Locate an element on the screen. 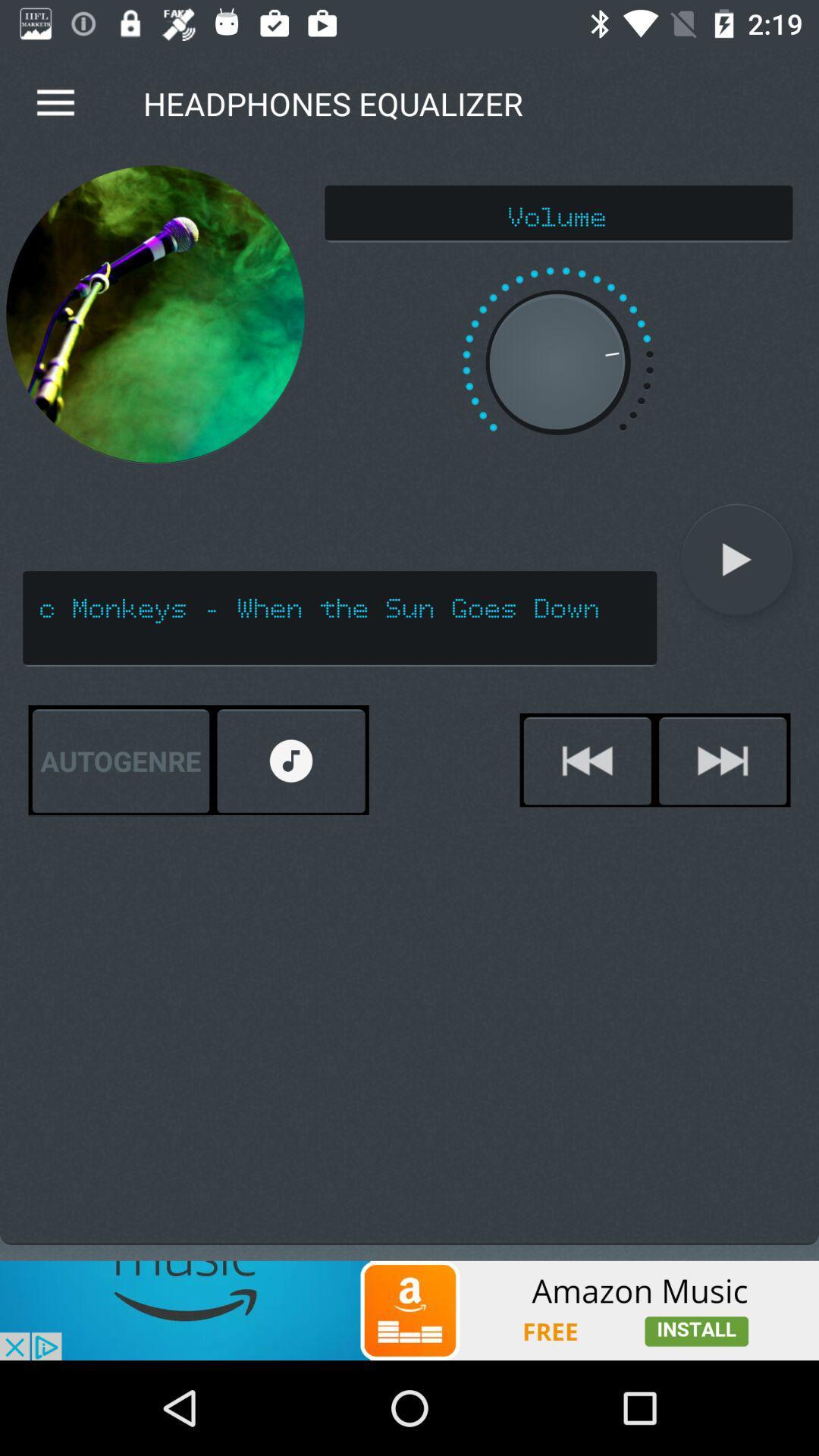 Image resolution: width=819 pixels, height=1456 pixels. the skip_next icon is located at coordinates (722, 761).